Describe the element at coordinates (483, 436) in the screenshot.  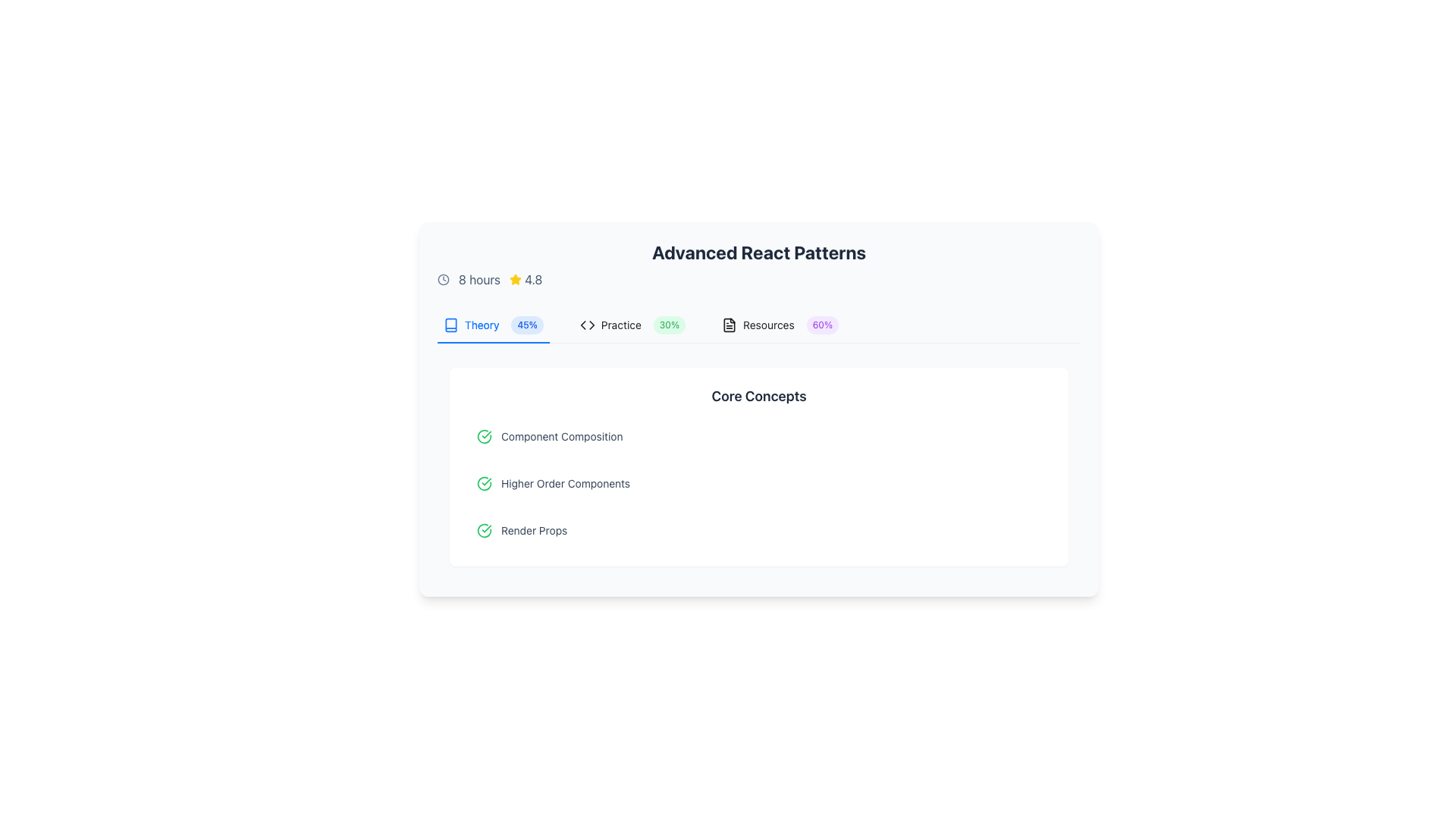
I see `the first icon in the vertical list under the 'Core Concepts' section, which indicates a completed status for 'Component Composition'` at that location.